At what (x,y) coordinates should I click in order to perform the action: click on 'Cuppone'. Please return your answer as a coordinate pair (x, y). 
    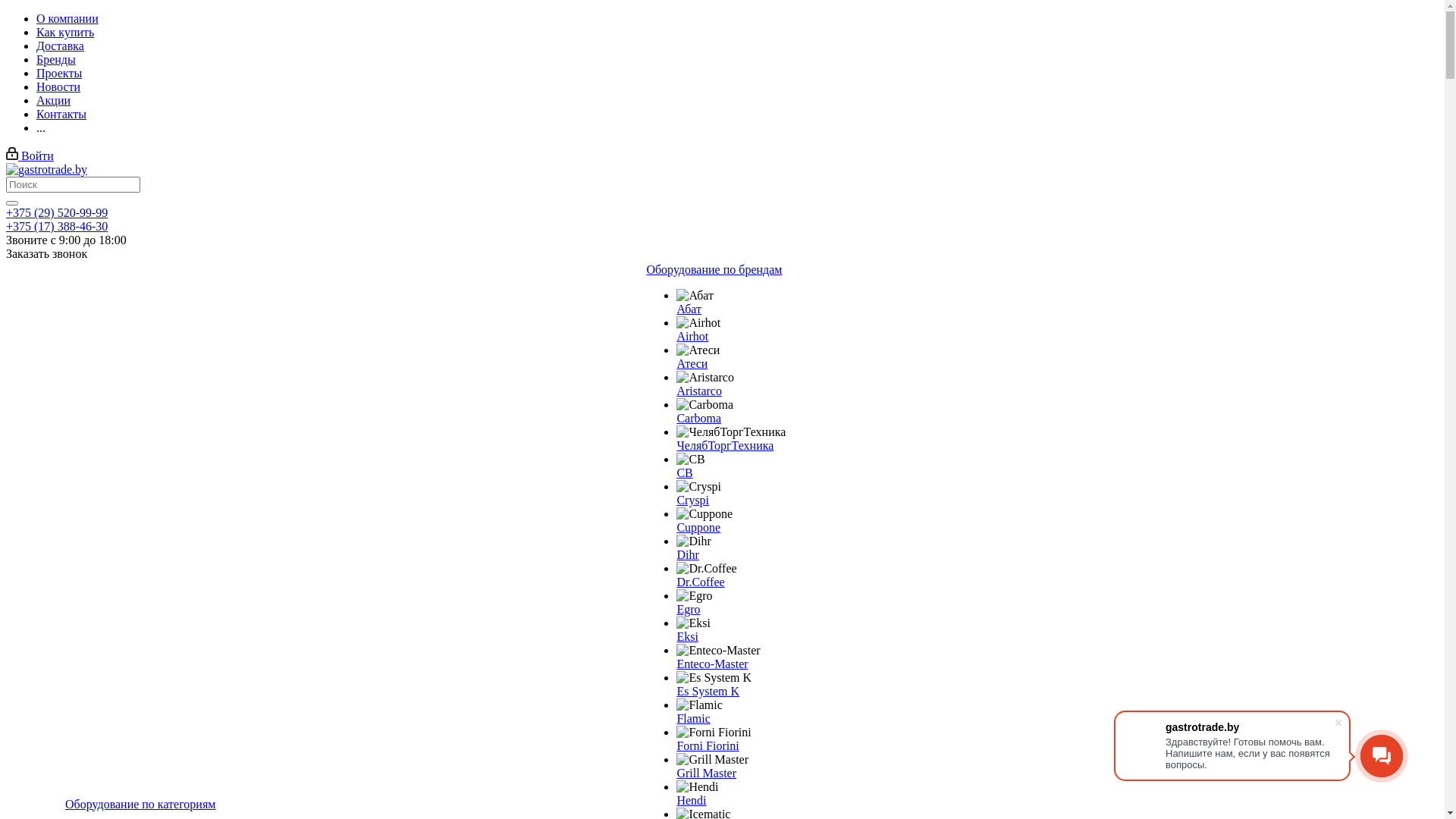
    Looking at the image, I should click on (698, 526).